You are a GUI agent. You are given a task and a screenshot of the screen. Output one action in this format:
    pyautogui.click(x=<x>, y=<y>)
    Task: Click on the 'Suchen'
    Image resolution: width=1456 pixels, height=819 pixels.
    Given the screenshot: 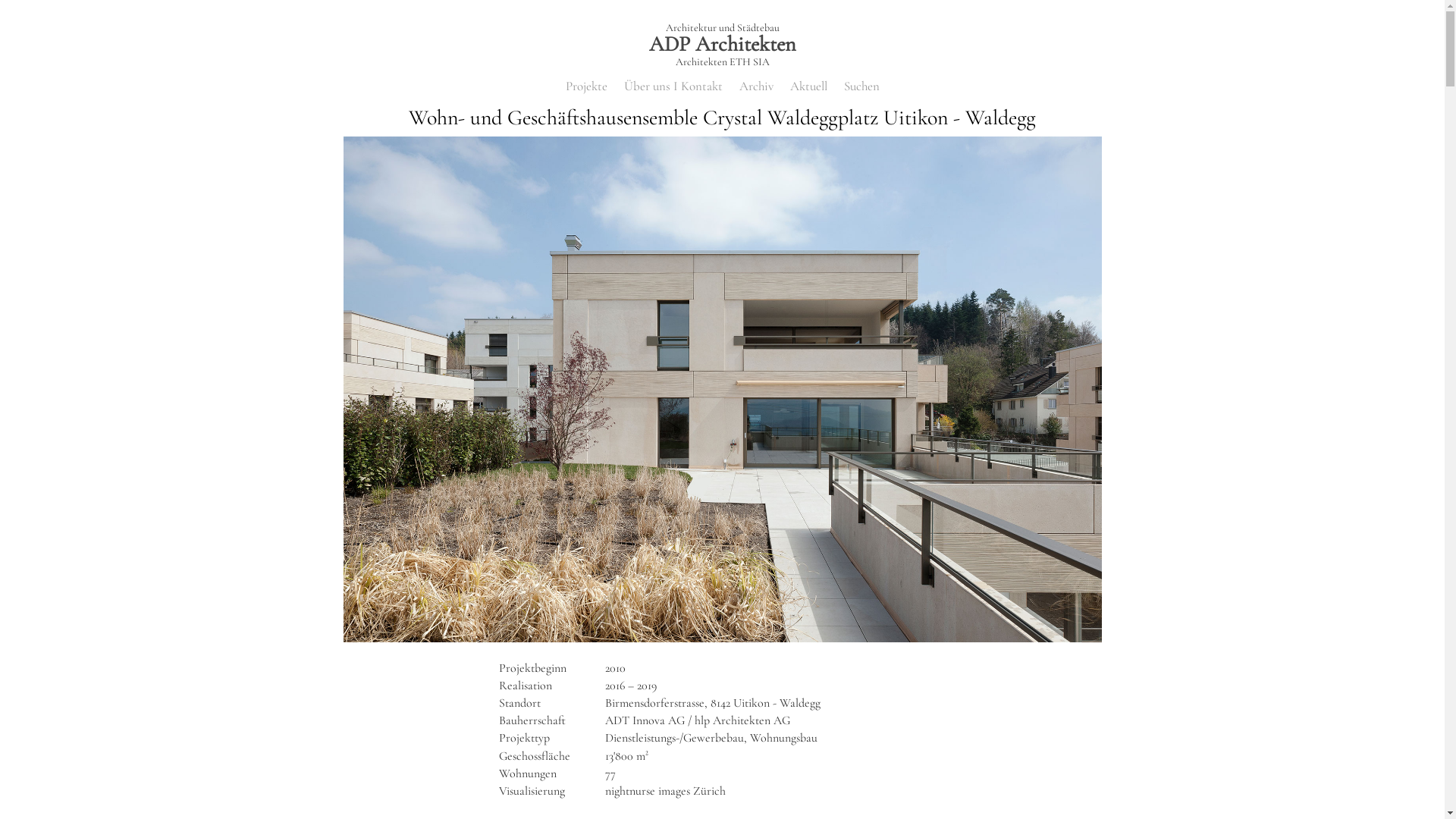 What is the action you would take?
    pyautogui.click(x=861, y=87)
    